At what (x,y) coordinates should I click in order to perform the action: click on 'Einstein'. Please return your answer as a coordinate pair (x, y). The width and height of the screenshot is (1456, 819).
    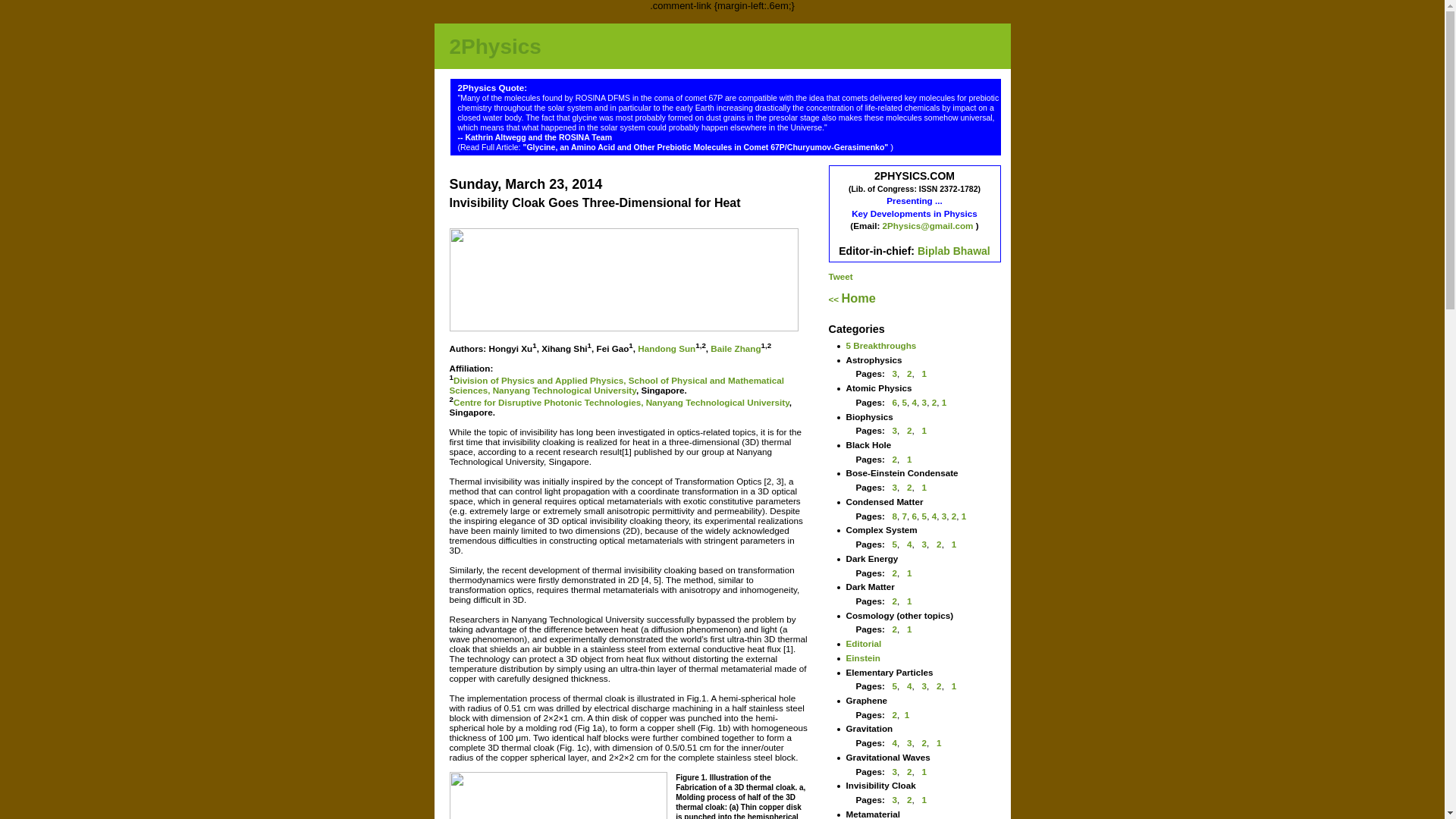
    Looking at the image, I should click on (863, 657).